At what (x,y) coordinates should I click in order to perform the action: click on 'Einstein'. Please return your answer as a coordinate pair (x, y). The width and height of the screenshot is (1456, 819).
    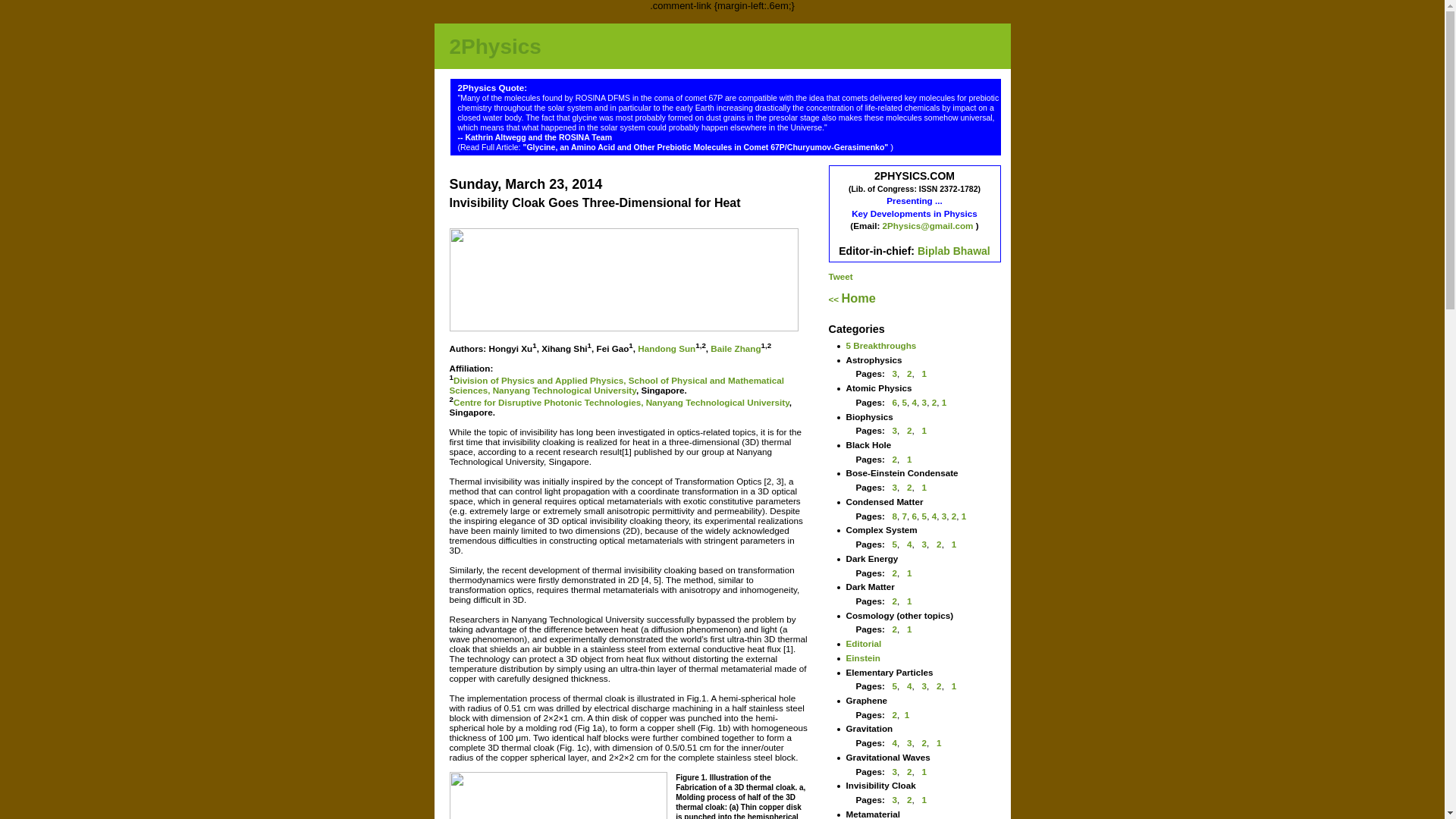
    Looking at the image, I should click on (863, 657).